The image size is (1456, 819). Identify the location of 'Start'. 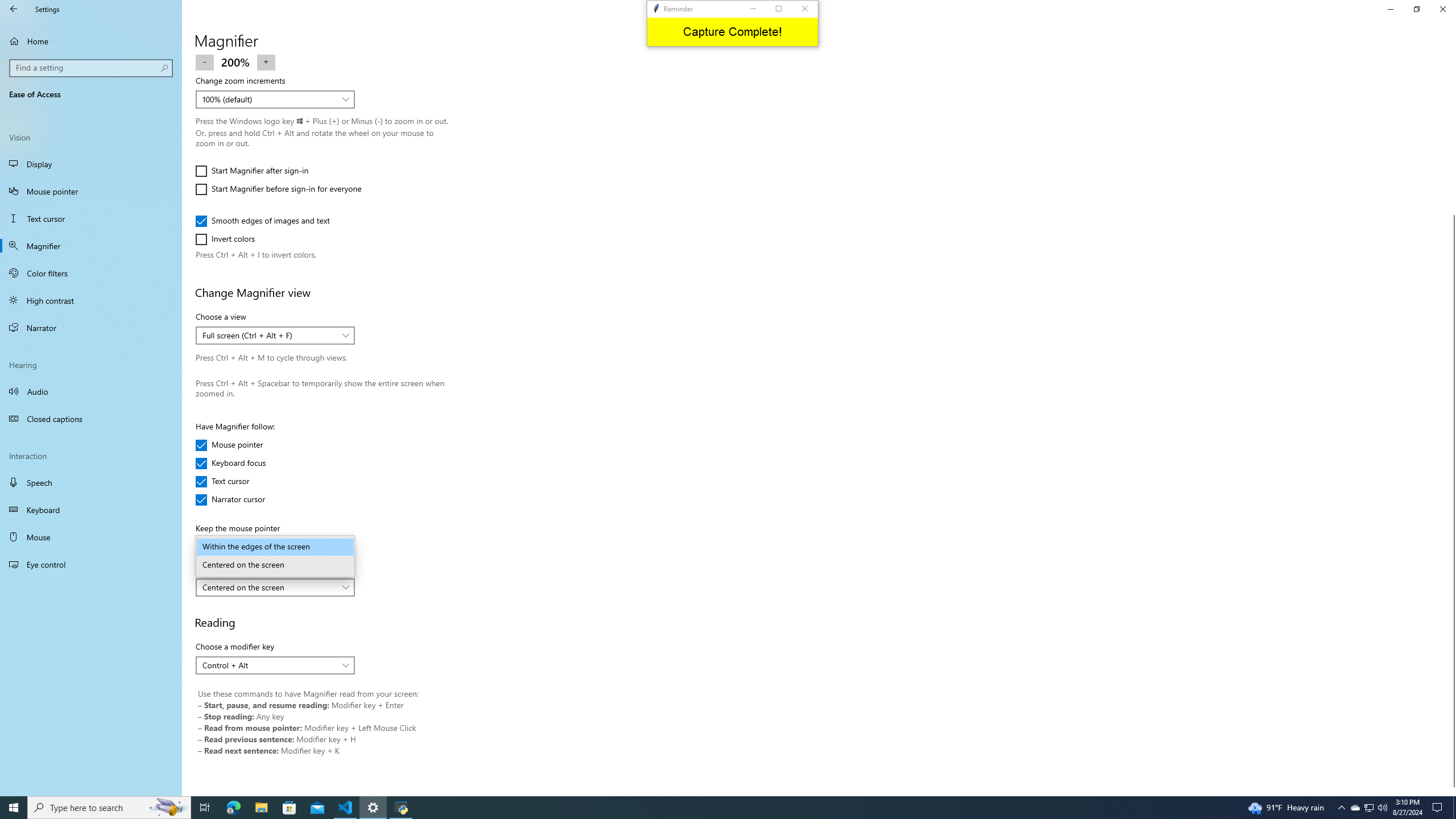
(14, 806).